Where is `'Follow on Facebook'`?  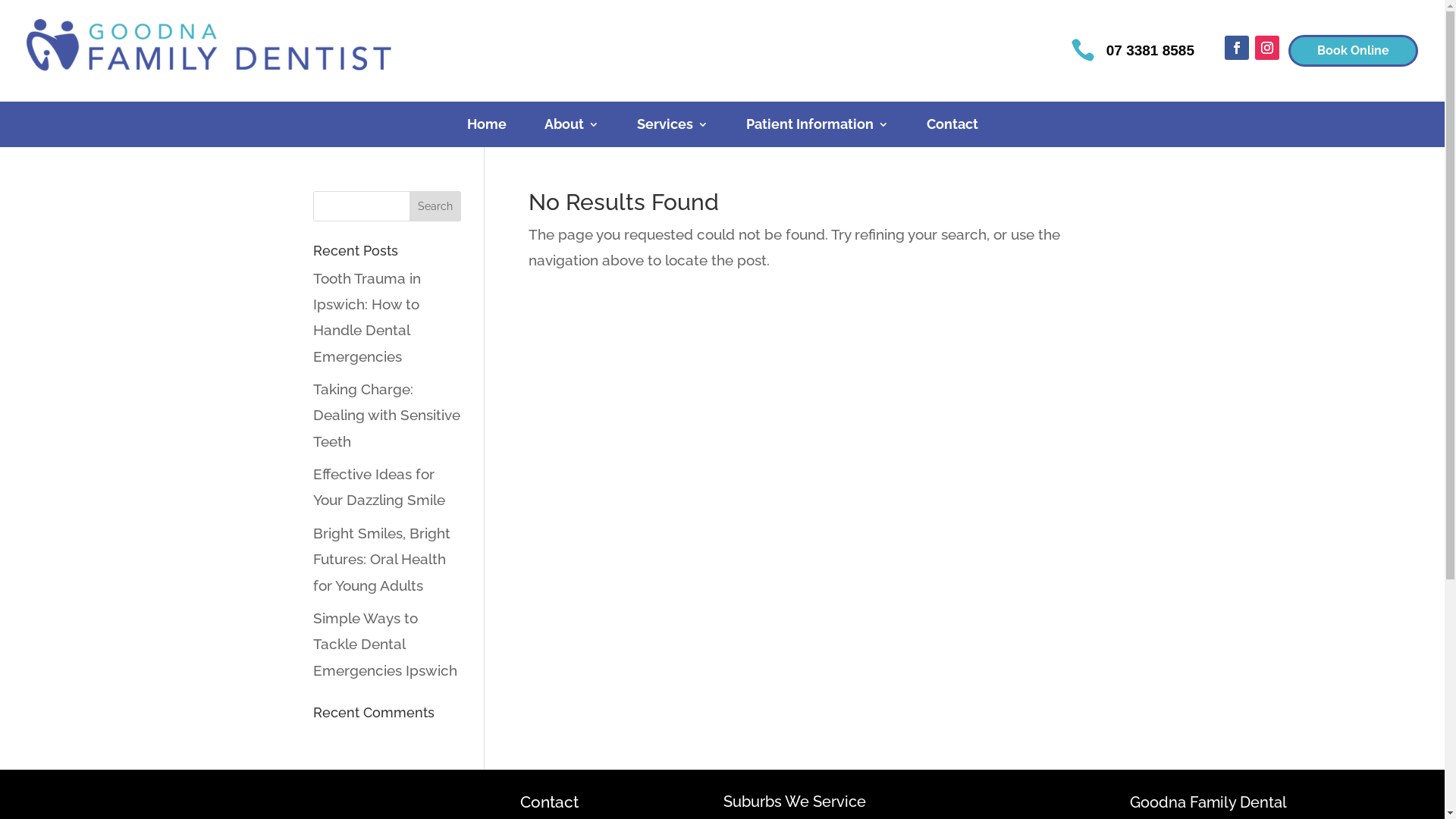
'Follow on Facebook' is located at coordinates (1237, 46).